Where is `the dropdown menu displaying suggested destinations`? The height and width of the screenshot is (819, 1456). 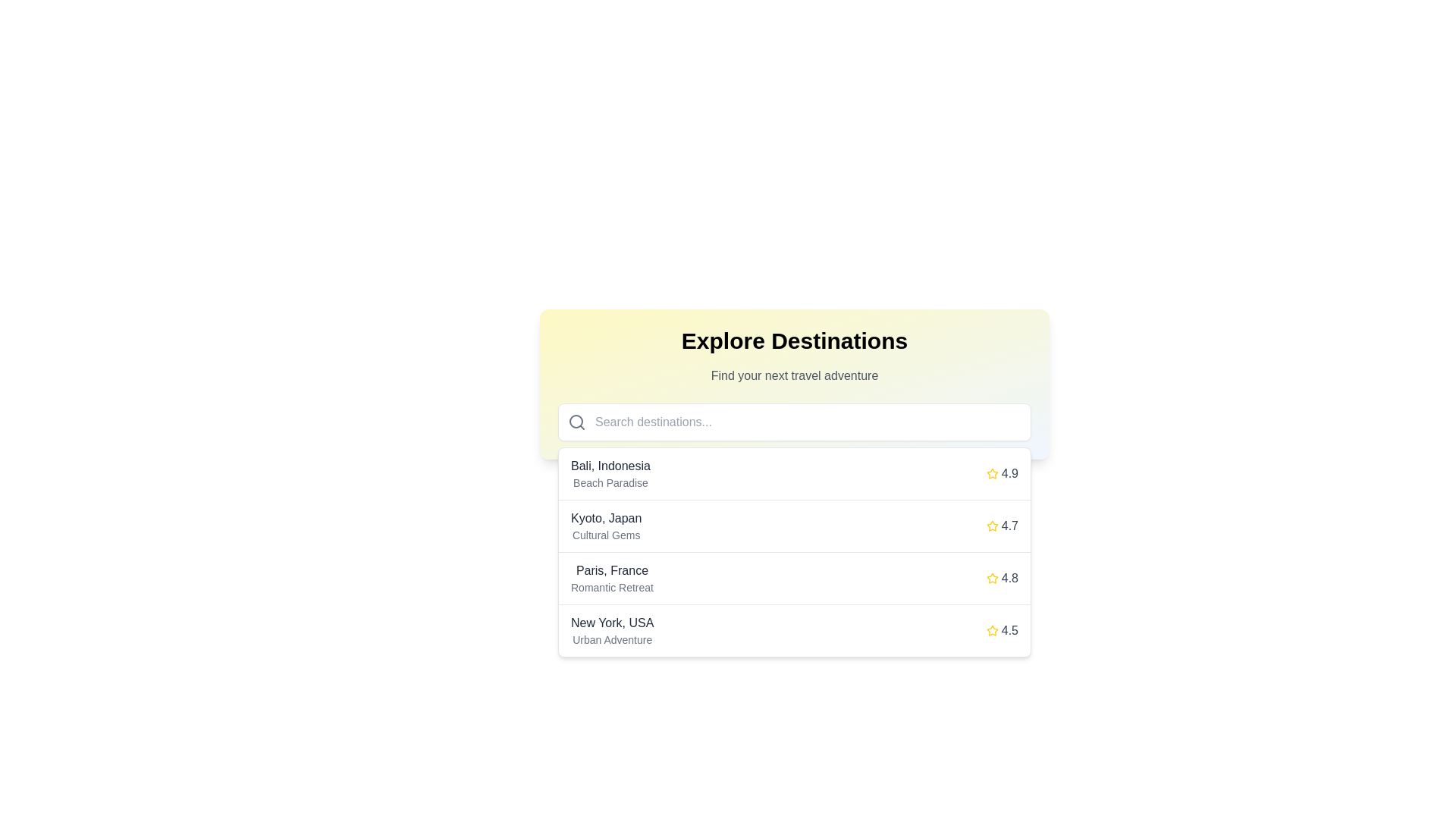 the dropdown menu displaying suggested destinations is located at coordinates (793, 552).